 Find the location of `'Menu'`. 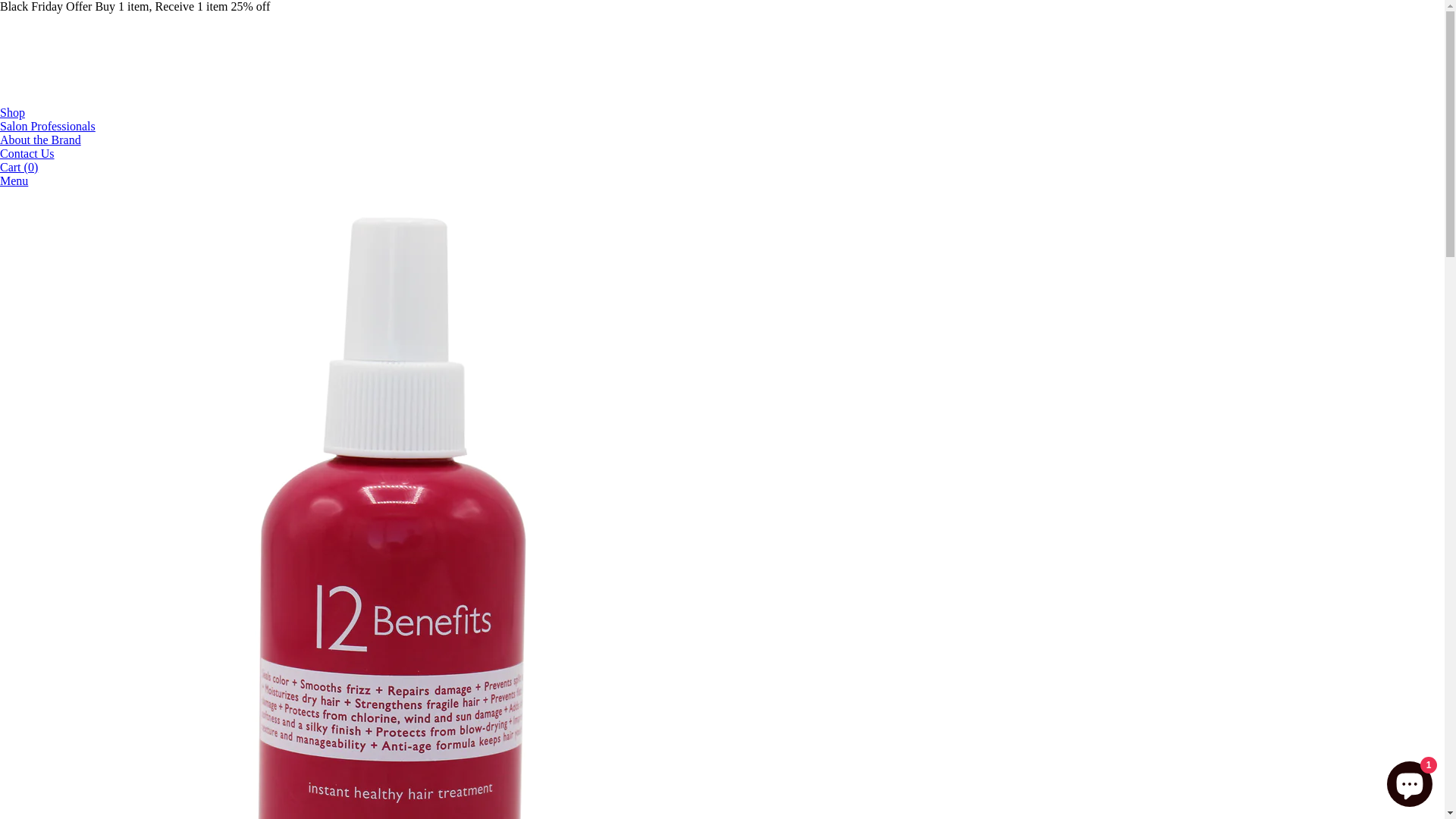

'Menu' is located at coordinates (14, 180).